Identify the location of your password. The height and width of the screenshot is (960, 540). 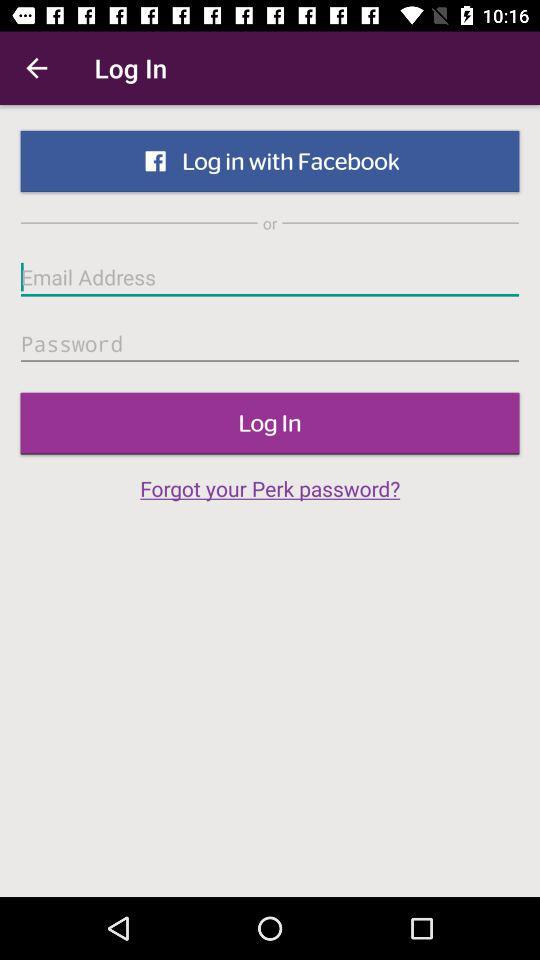
(270, 344).